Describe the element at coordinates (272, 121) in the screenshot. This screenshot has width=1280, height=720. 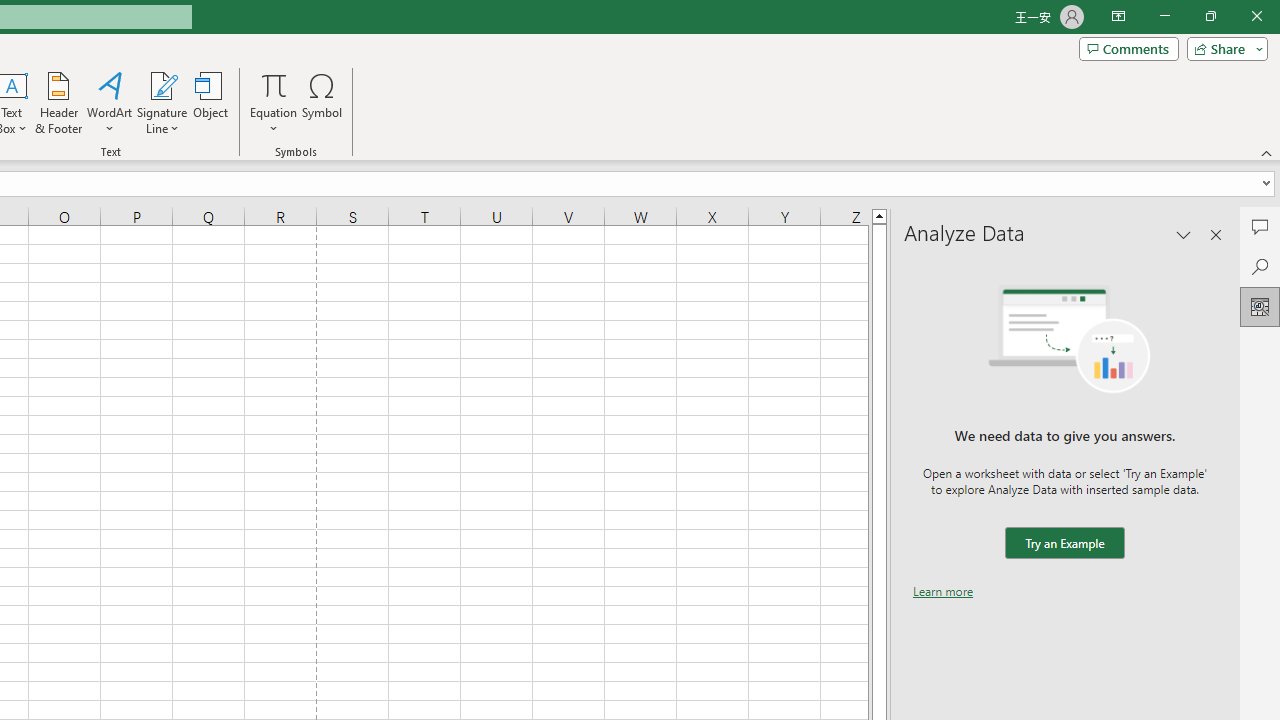
I see `'More Options'` at that location.